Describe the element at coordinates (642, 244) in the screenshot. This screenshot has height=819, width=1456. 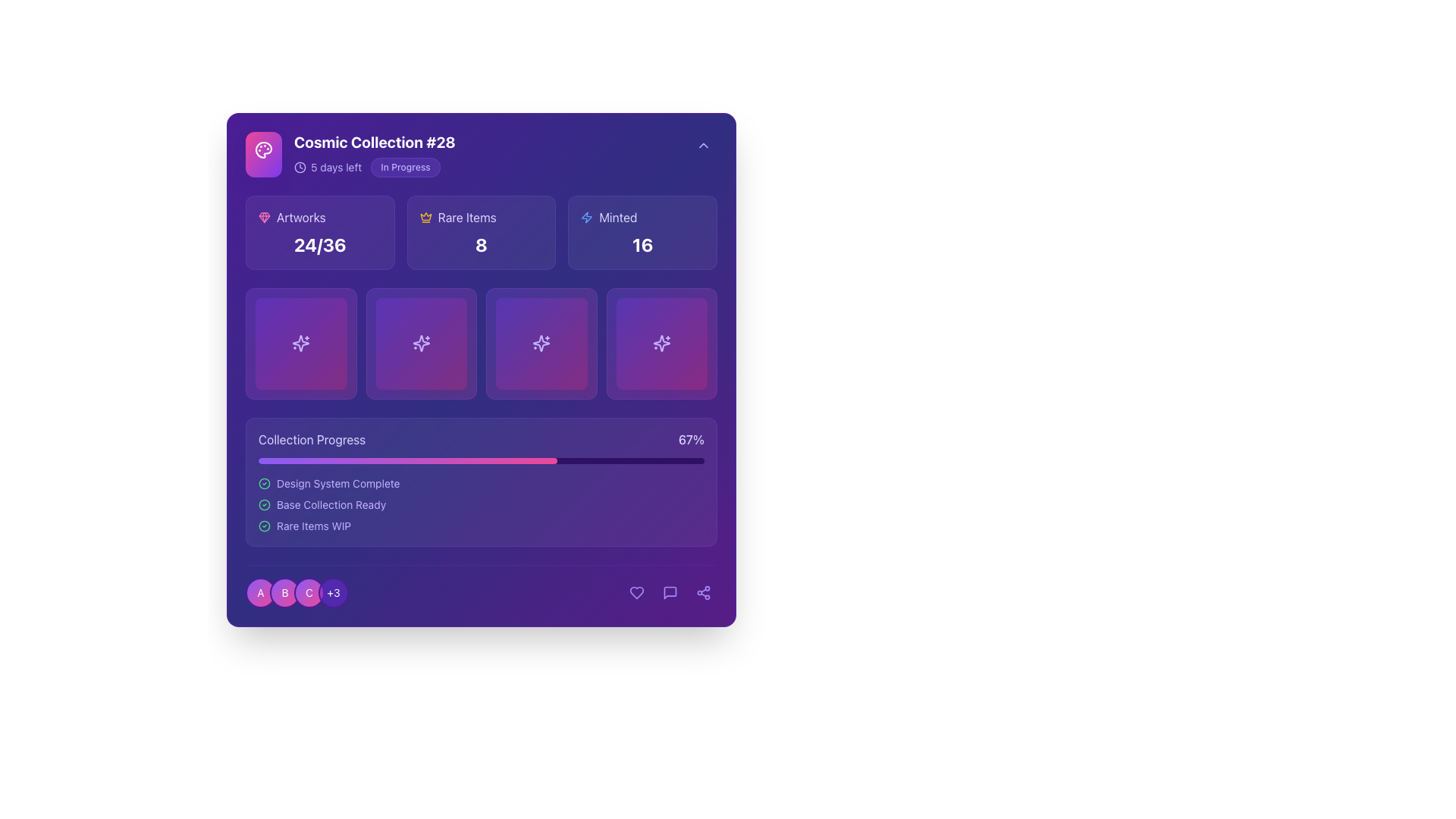
I see `the text element that displays the numerical value of minted items, located within the 'Minted' box in the top portion of the interface` at that location.